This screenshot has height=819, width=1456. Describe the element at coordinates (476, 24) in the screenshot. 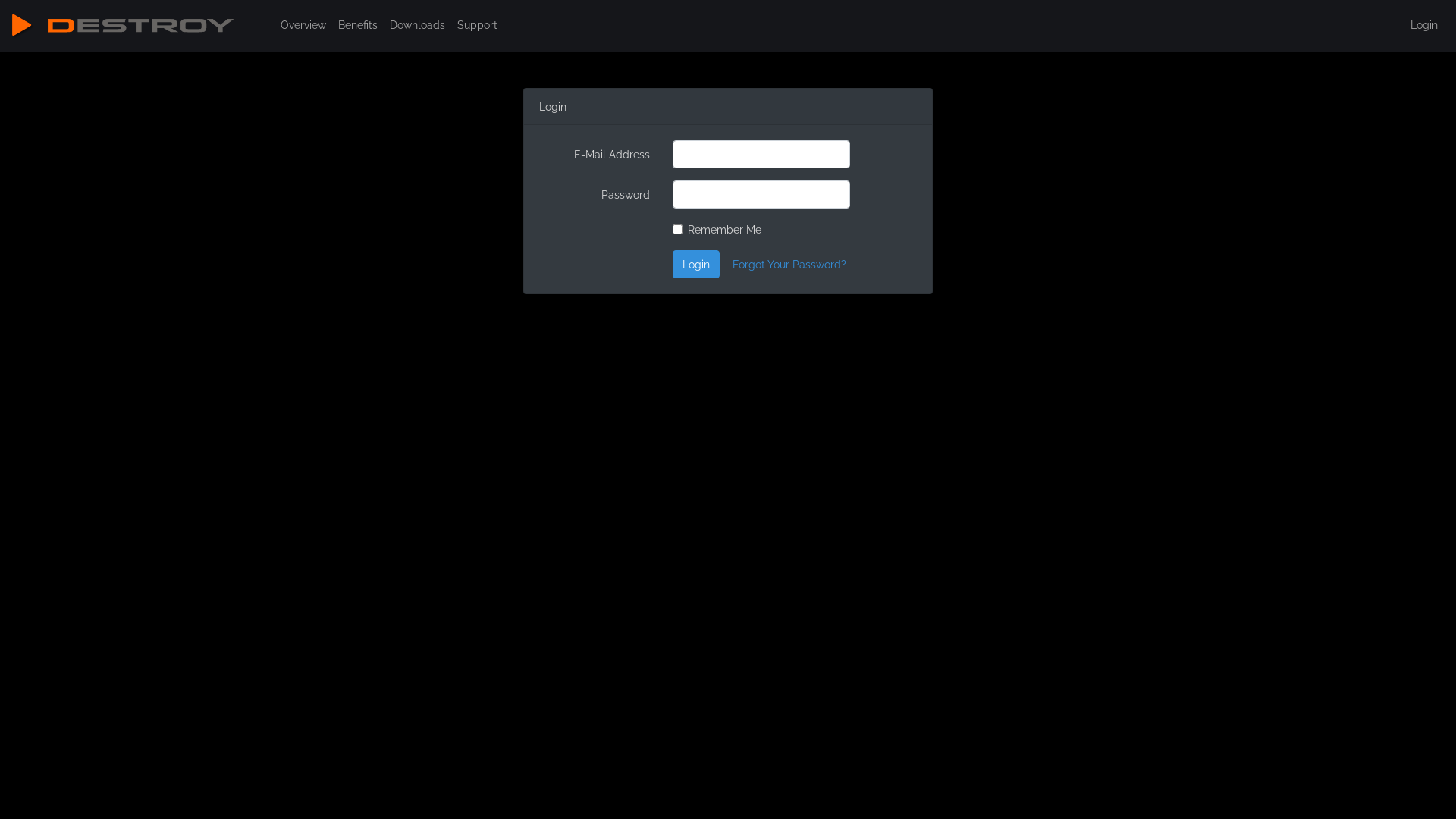

I see `'Support'` at that location.